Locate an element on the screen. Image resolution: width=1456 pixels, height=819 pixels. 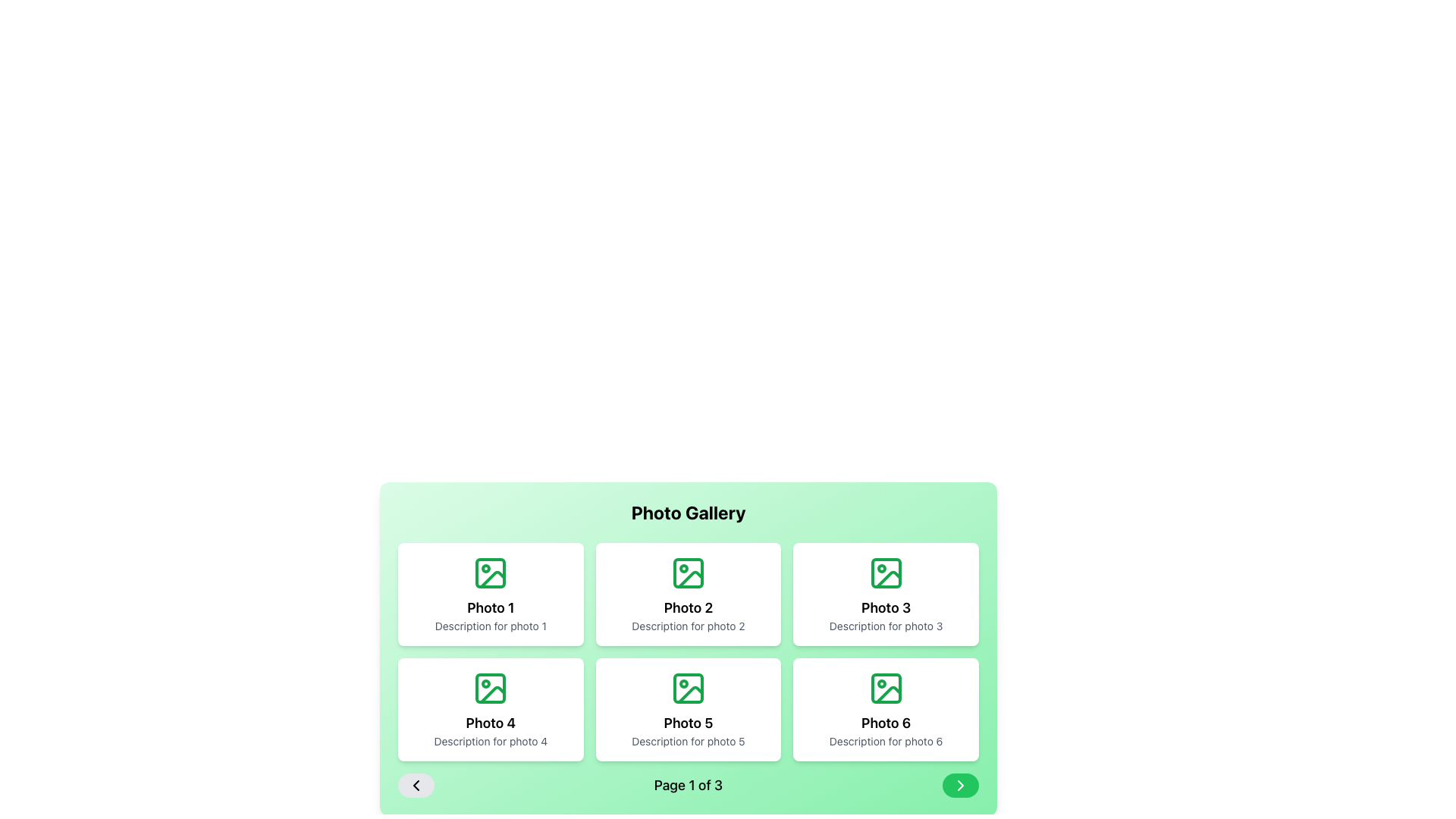
the pagination indicator located at the bottom center of the 'Photo Gallery' interface, which shows the current page number and total page count is located at coordinates (687, 785).